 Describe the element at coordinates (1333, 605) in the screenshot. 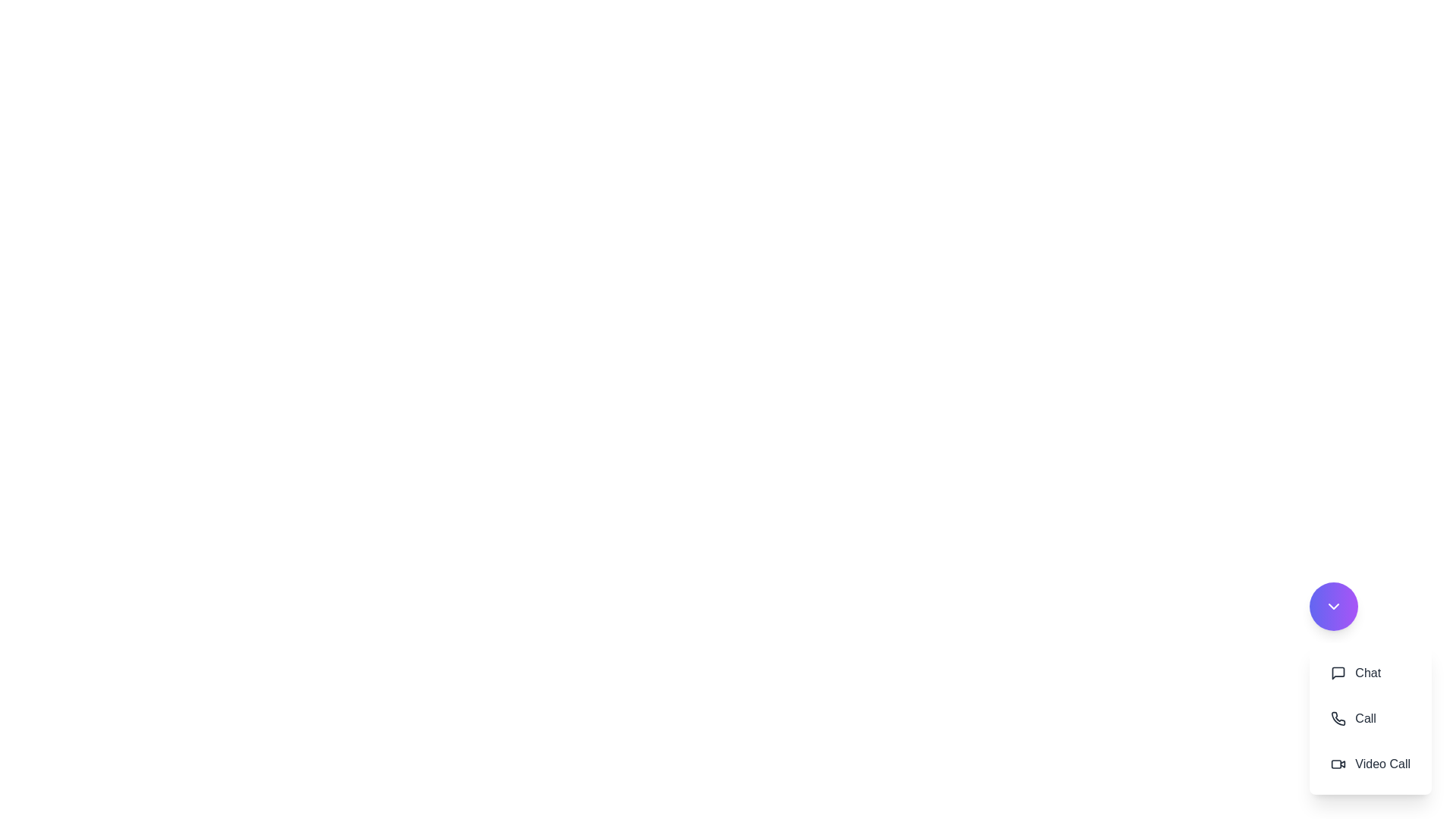

I see `the speed dial button to toggle the menu` at that location.